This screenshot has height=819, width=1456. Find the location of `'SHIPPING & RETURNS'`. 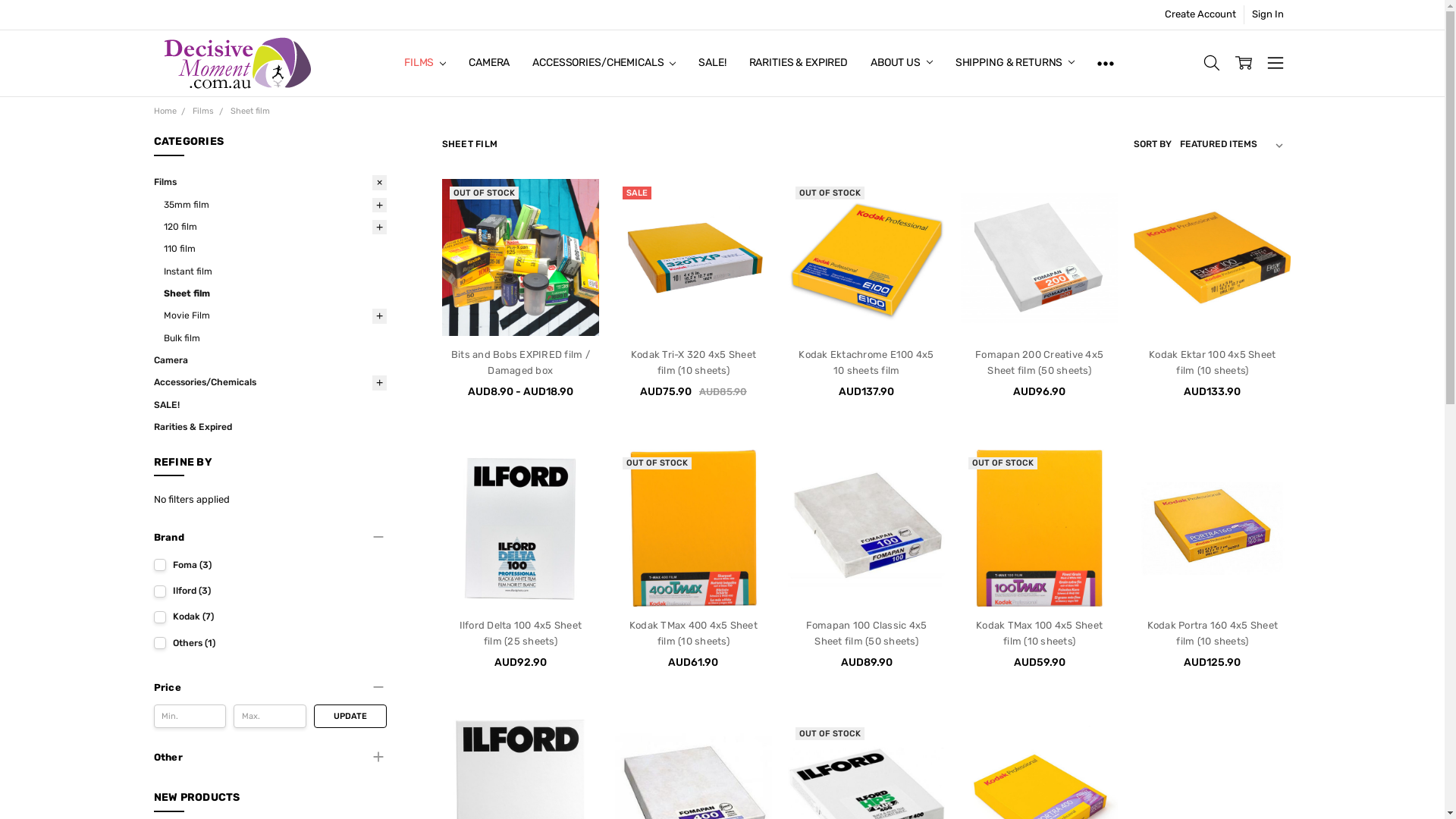

'SHIPPING & RETURNS' is located at coordinates (1015, 62).